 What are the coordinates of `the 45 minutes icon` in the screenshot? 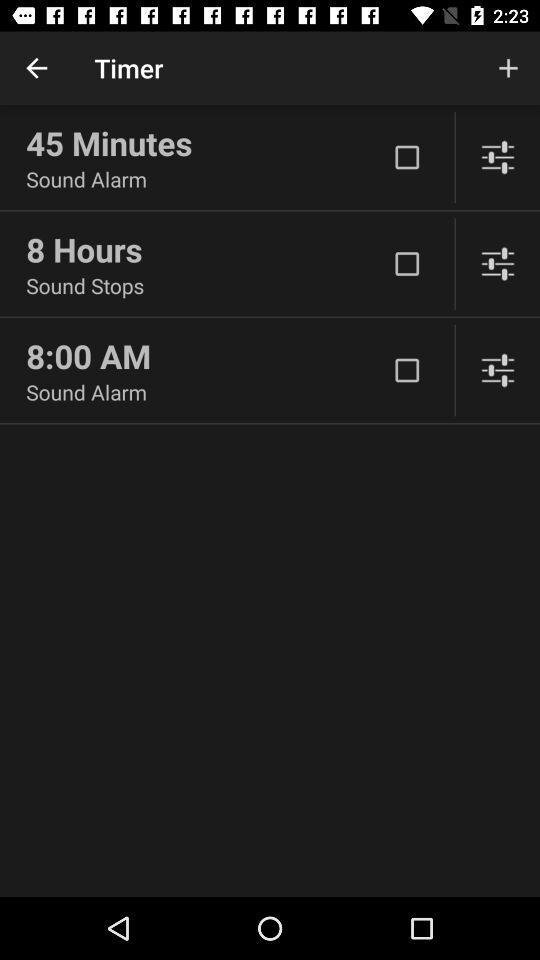 It's located at (205, 142).